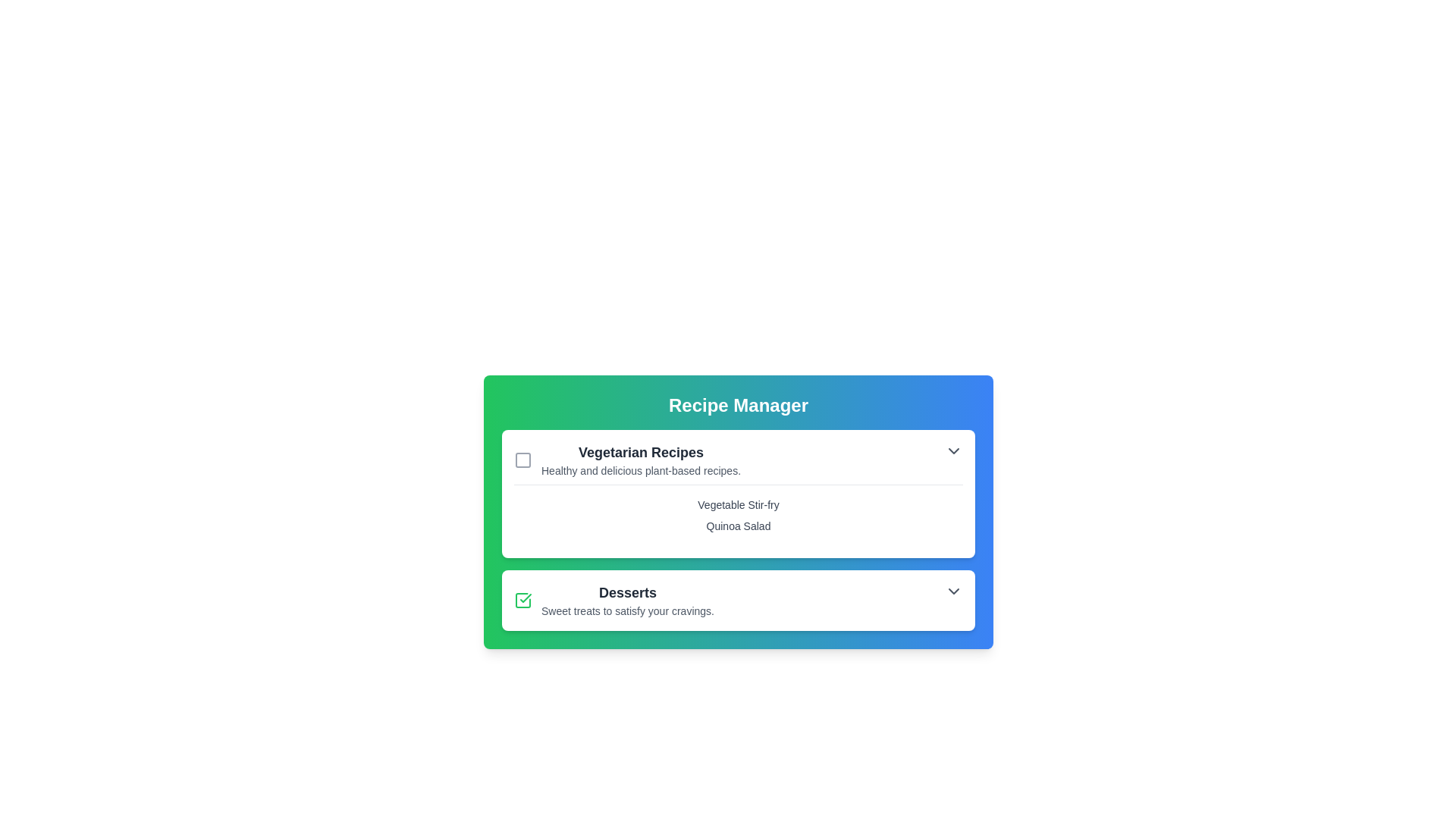 The height and width of the screenshot is (819, 1456). Describe the element at coordinates (641, 452) in the screenshot. I see `the 'Vegetarian Recipes' text label located at the top of the first content card in the 'Recipe Manager' interface` at that location.